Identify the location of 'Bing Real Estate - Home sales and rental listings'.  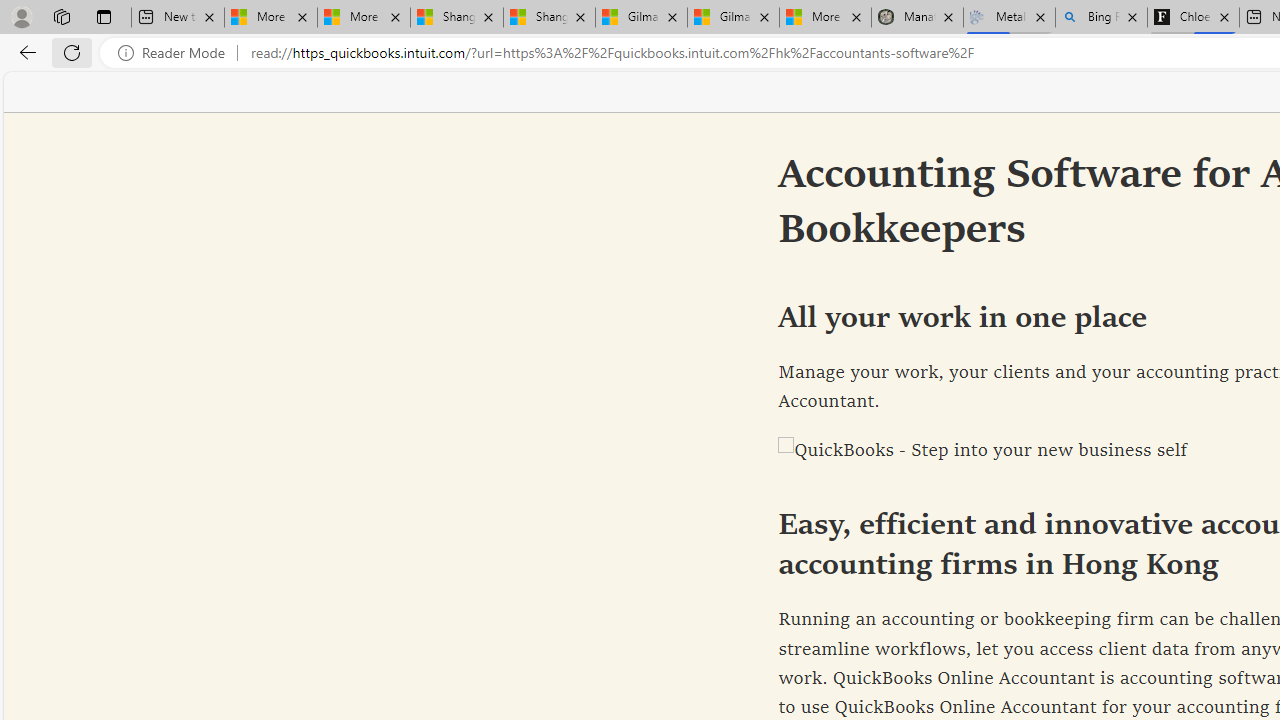
(1100, 17).